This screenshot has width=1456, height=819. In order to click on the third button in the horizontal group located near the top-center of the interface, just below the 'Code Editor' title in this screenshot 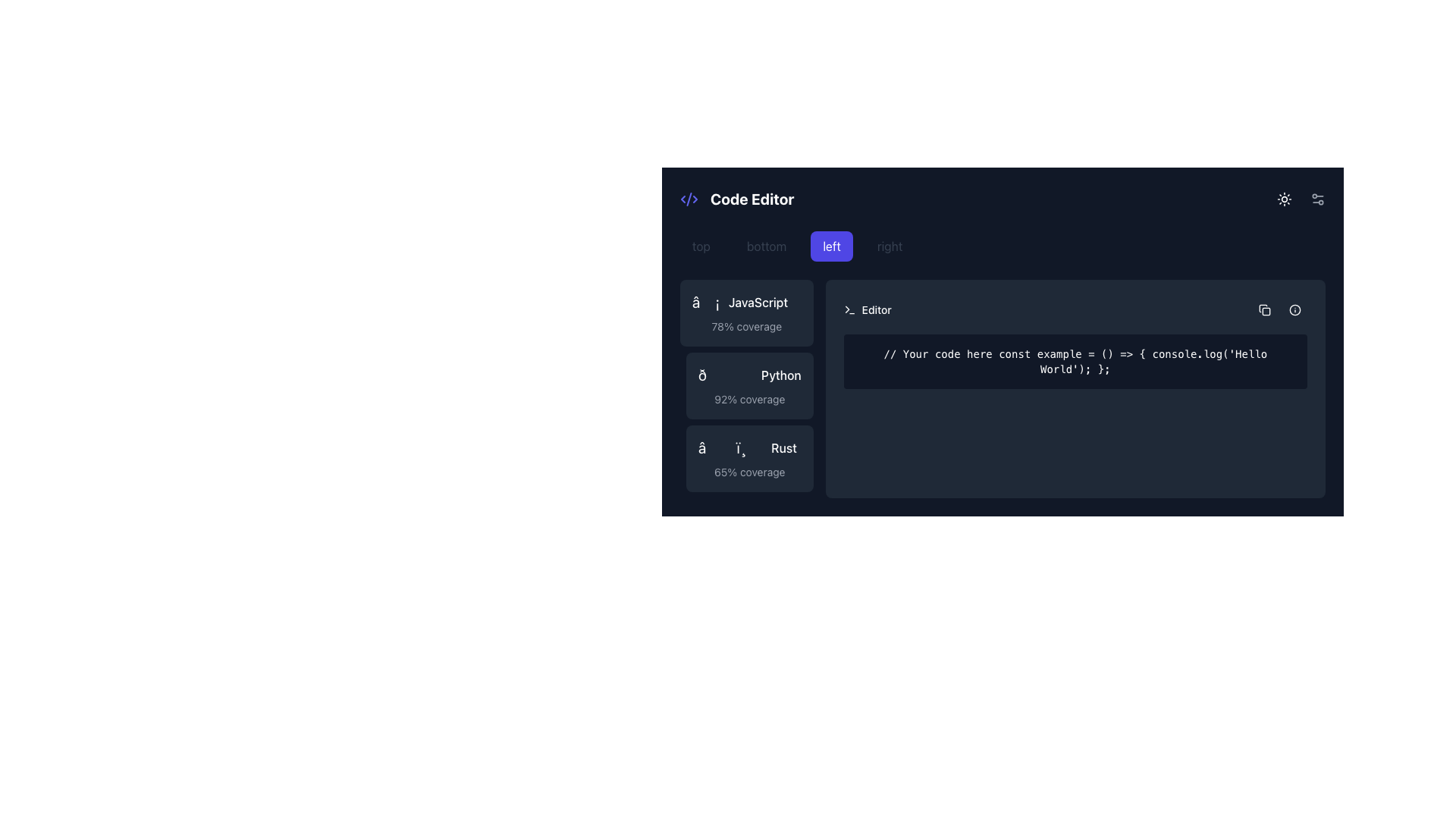, I will do `click(1003, 245)`.